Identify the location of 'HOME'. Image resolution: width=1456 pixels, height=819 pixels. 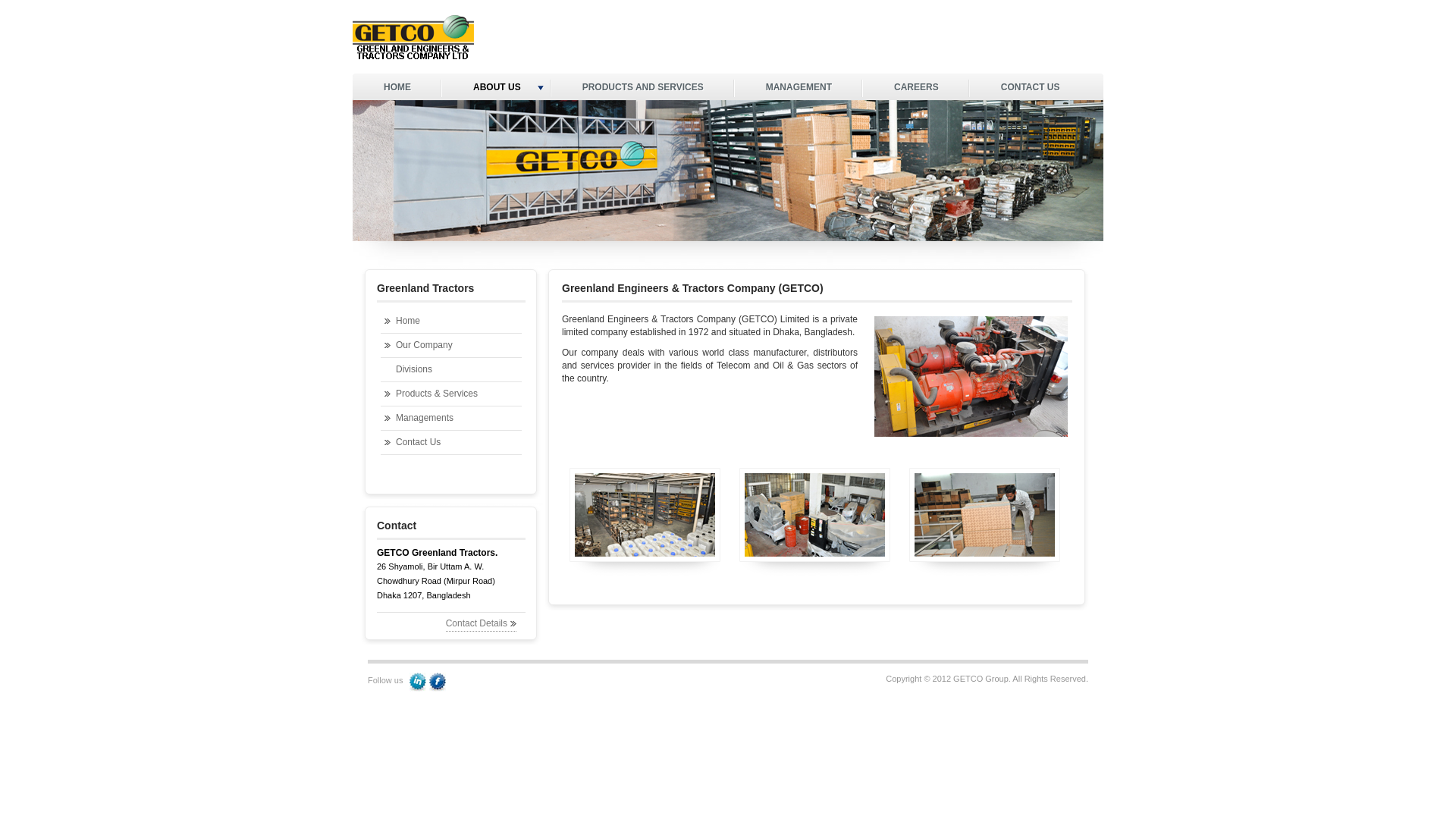
(397, 88).